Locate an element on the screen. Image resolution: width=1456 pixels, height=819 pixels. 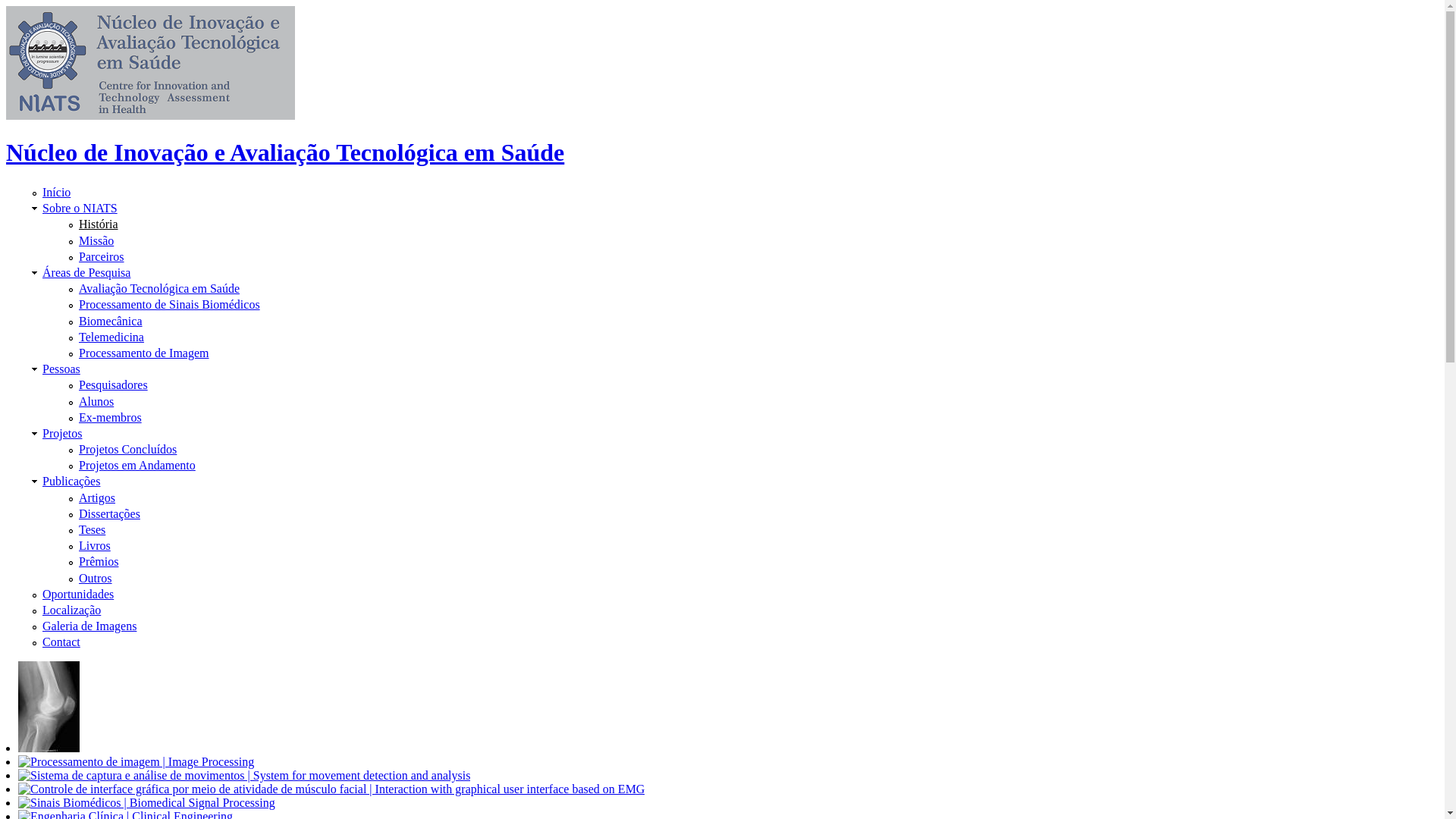
'Processamento de imagem | Image Processing' is located at coordinates (49, 707).